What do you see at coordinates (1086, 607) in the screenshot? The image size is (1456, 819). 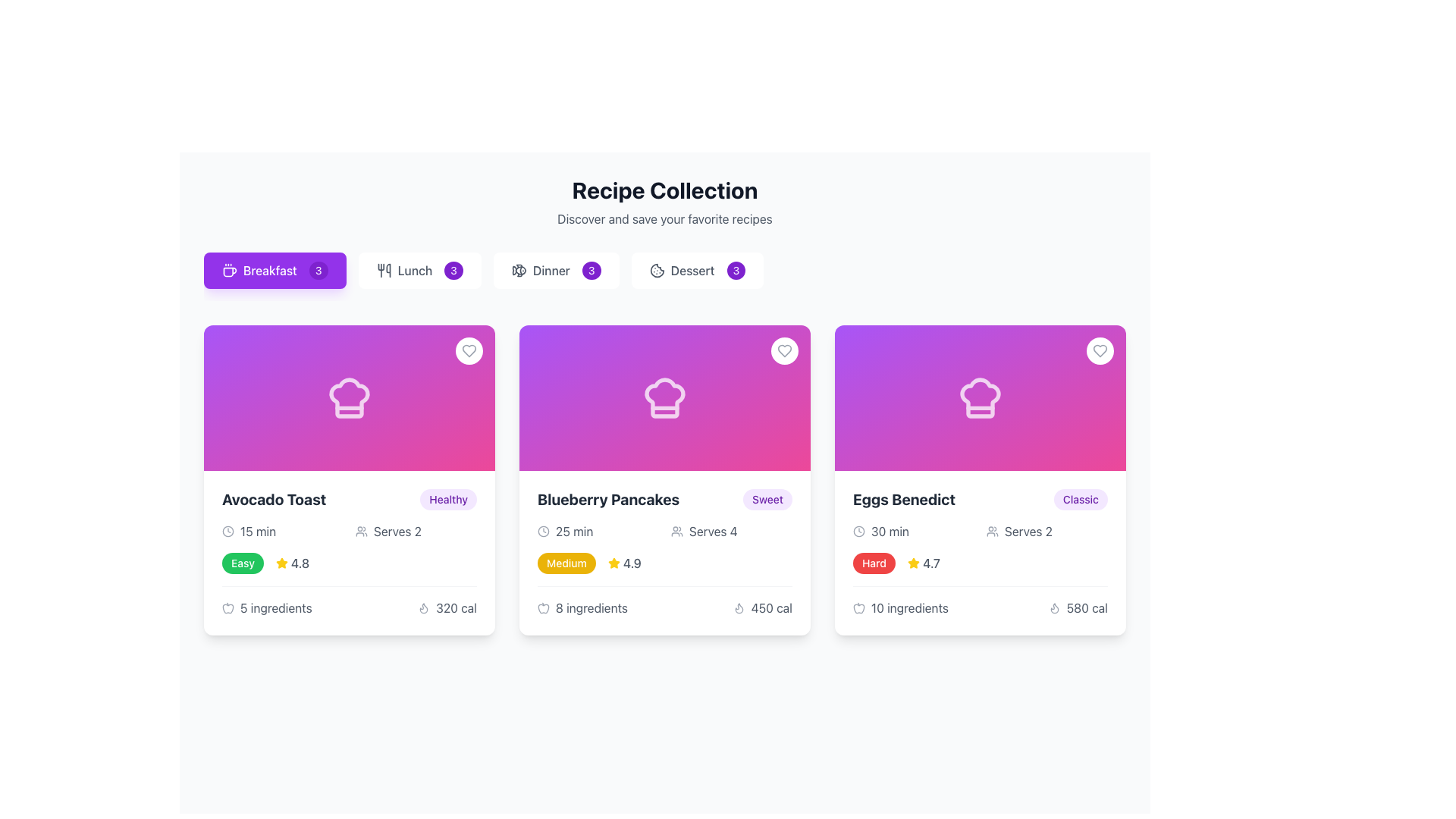 I see `text label displaying '580 cal' located in the bottom-right section of the 'Eggs Benedict' card in the 'Recipe Collection' interface, which is styled in gray next to a flame icon` at bounding box center [1086, 607].